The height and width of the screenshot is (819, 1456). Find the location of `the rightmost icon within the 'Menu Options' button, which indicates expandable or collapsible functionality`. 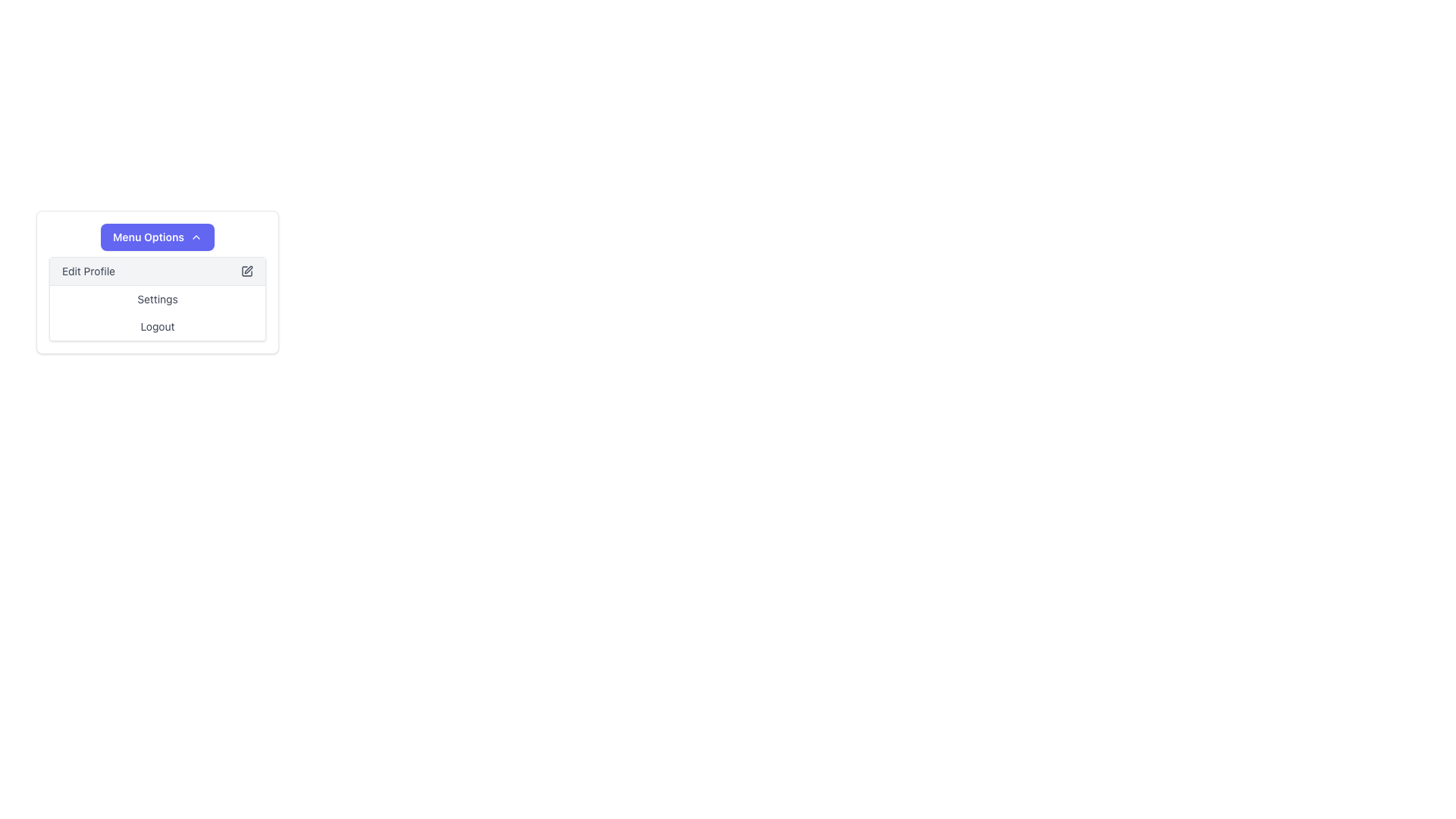

the rightmost icon within the 'Menu Options' button, which indicates expandable or collapsible functionality is located at coordinates (196, 237).